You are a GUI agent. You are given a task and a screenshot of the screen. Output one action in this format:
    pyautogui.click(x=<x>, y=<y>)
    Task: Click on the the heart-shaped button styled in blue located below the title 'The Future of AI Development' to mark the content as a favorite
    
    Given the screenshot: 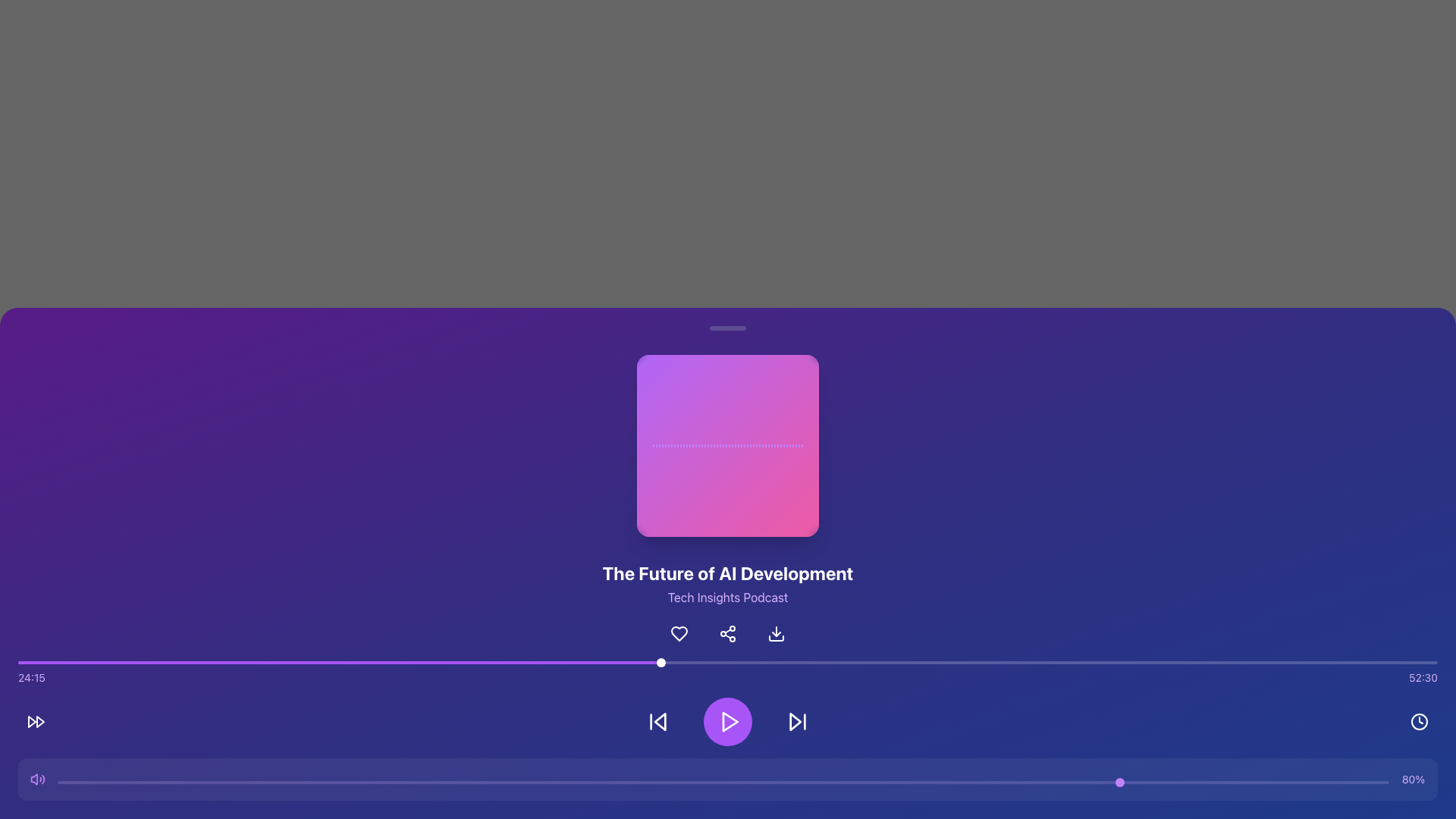 What is the action you would take?
    pyautogui.click(x=679, y=634)
    